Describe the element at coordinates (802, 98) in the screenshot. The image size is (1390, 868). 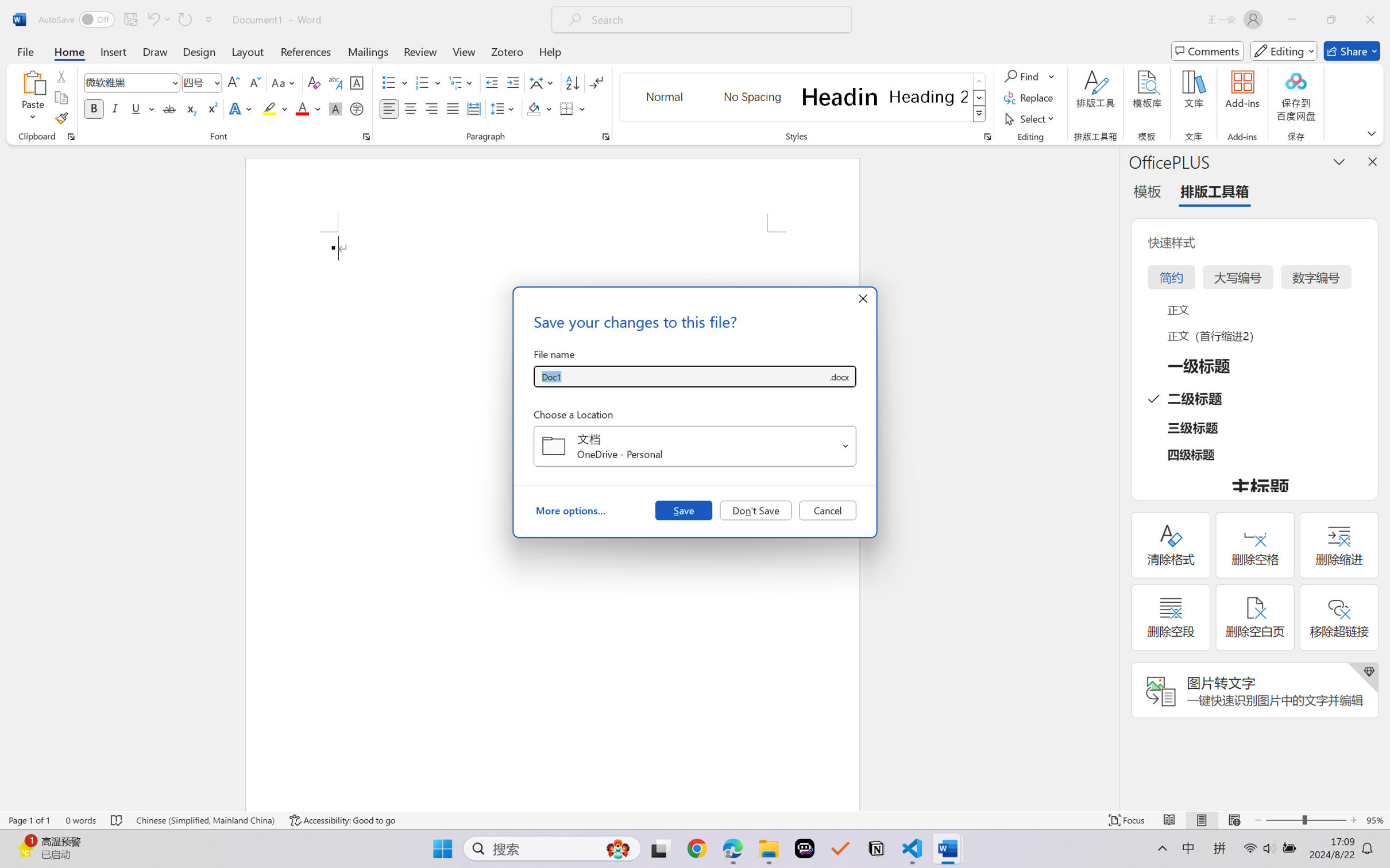
I see `'AutomationID: QuickStylesGallery'` at that location.